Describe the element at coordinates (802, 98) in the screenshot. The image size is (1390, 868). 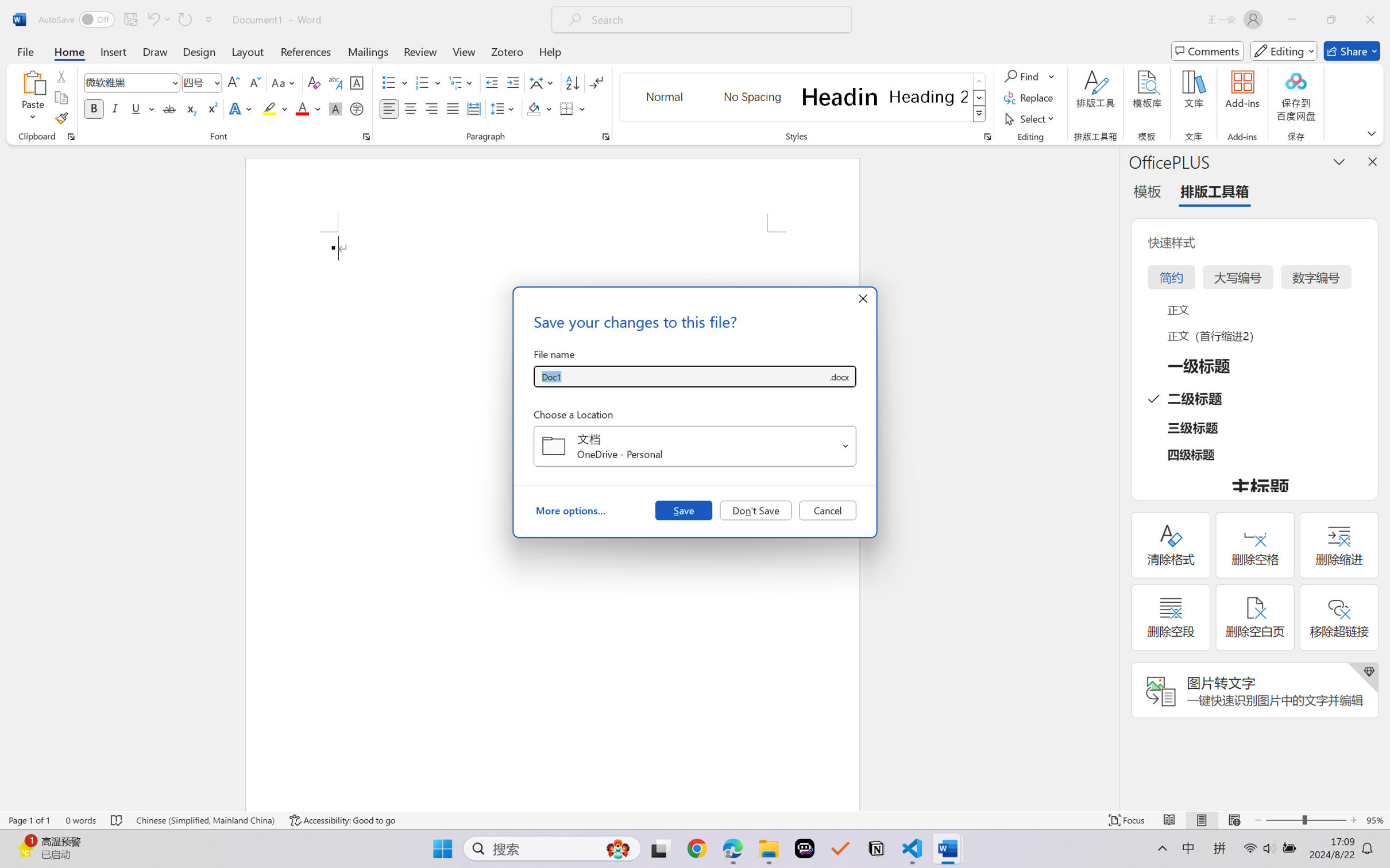
I see `'AutomationID: QuickStylesGallery'` at that location.